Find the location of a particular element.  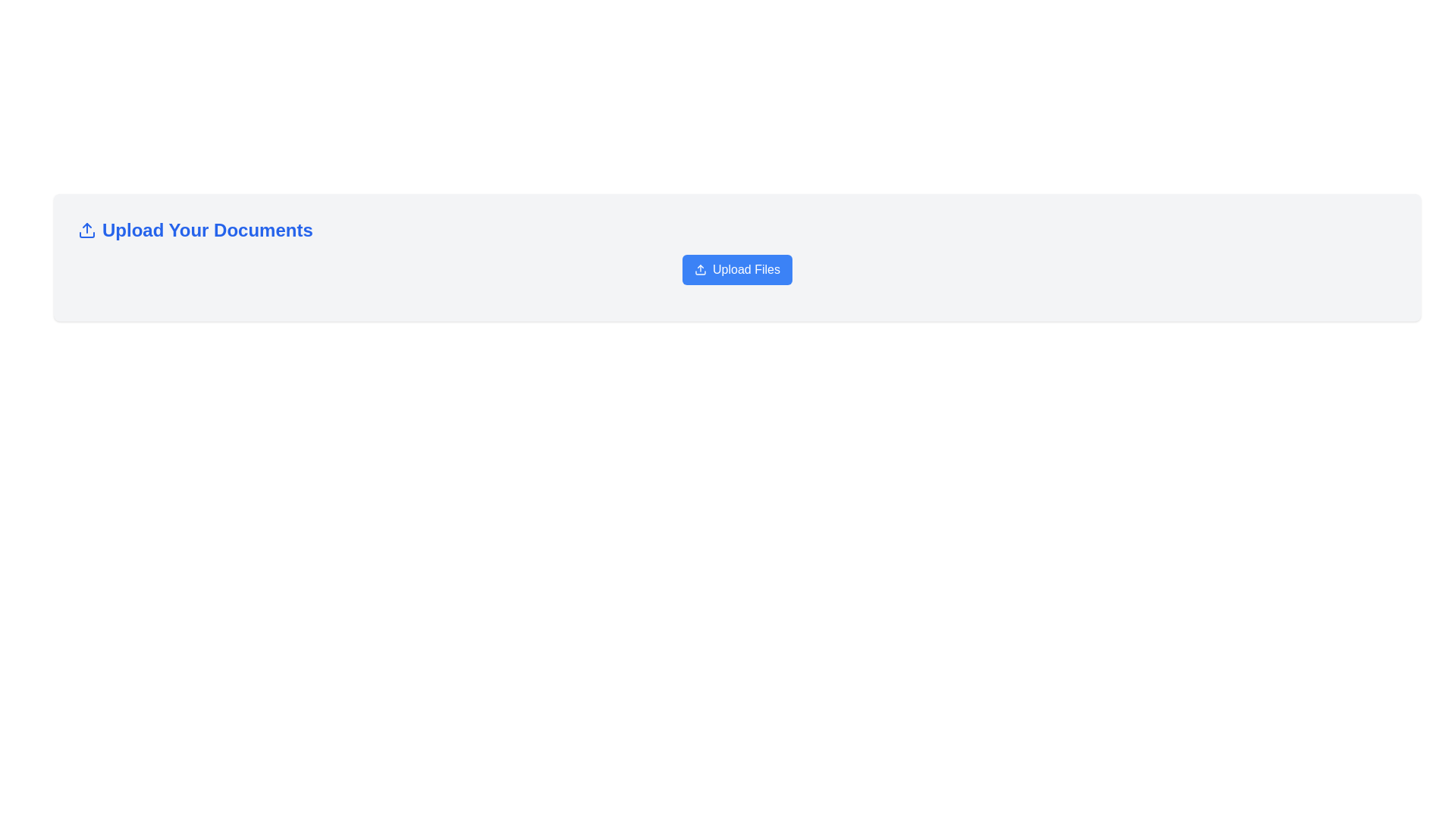

the upload icon located at the beginning of the 'Upload Your Documents' section, positioned to the left of the corresponding text is located at coordinates (86, 231).